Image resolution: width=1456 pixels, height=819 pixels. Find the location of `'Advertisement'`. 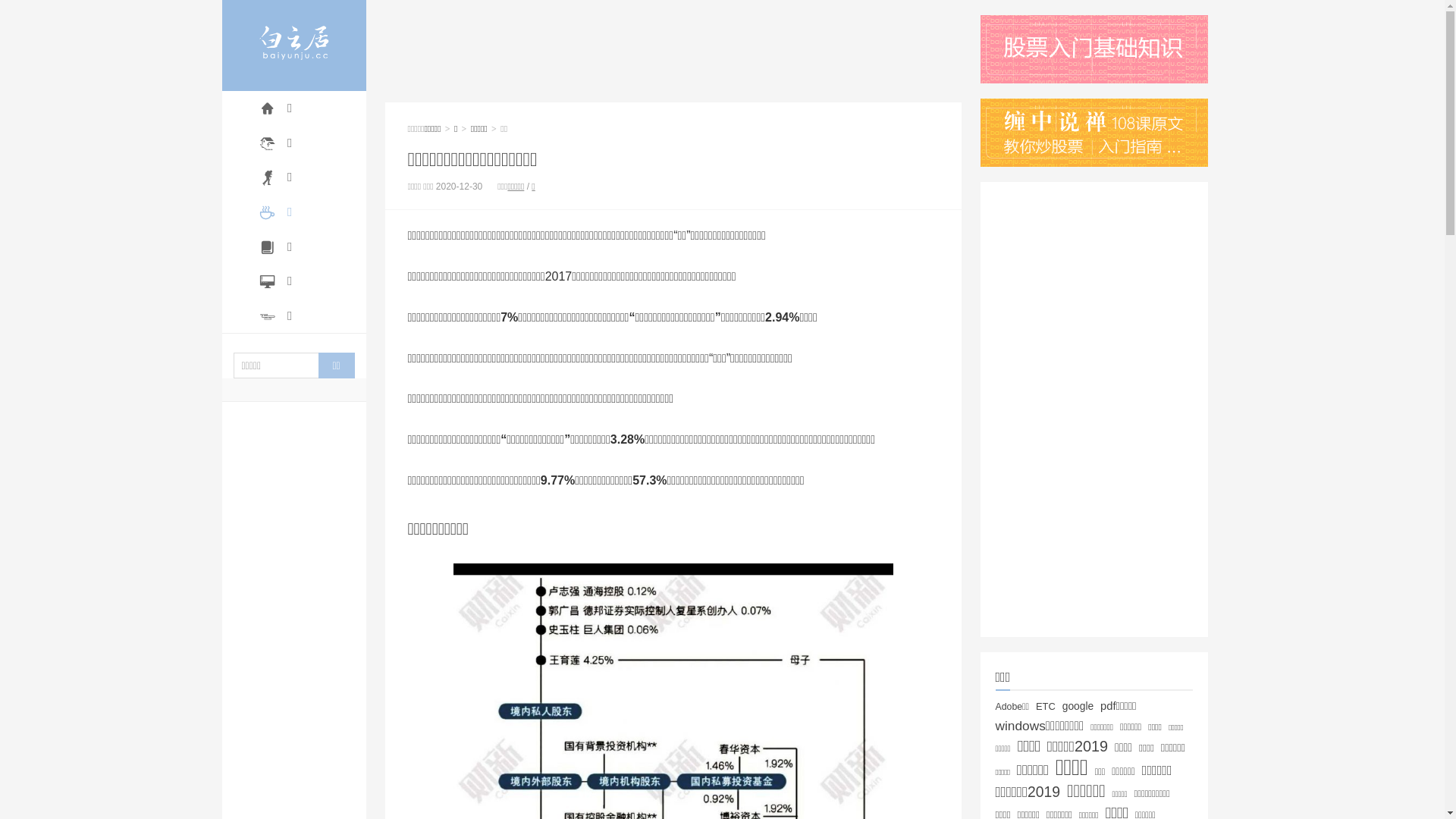

'Advertisement' is located at coordinates (979, 409).